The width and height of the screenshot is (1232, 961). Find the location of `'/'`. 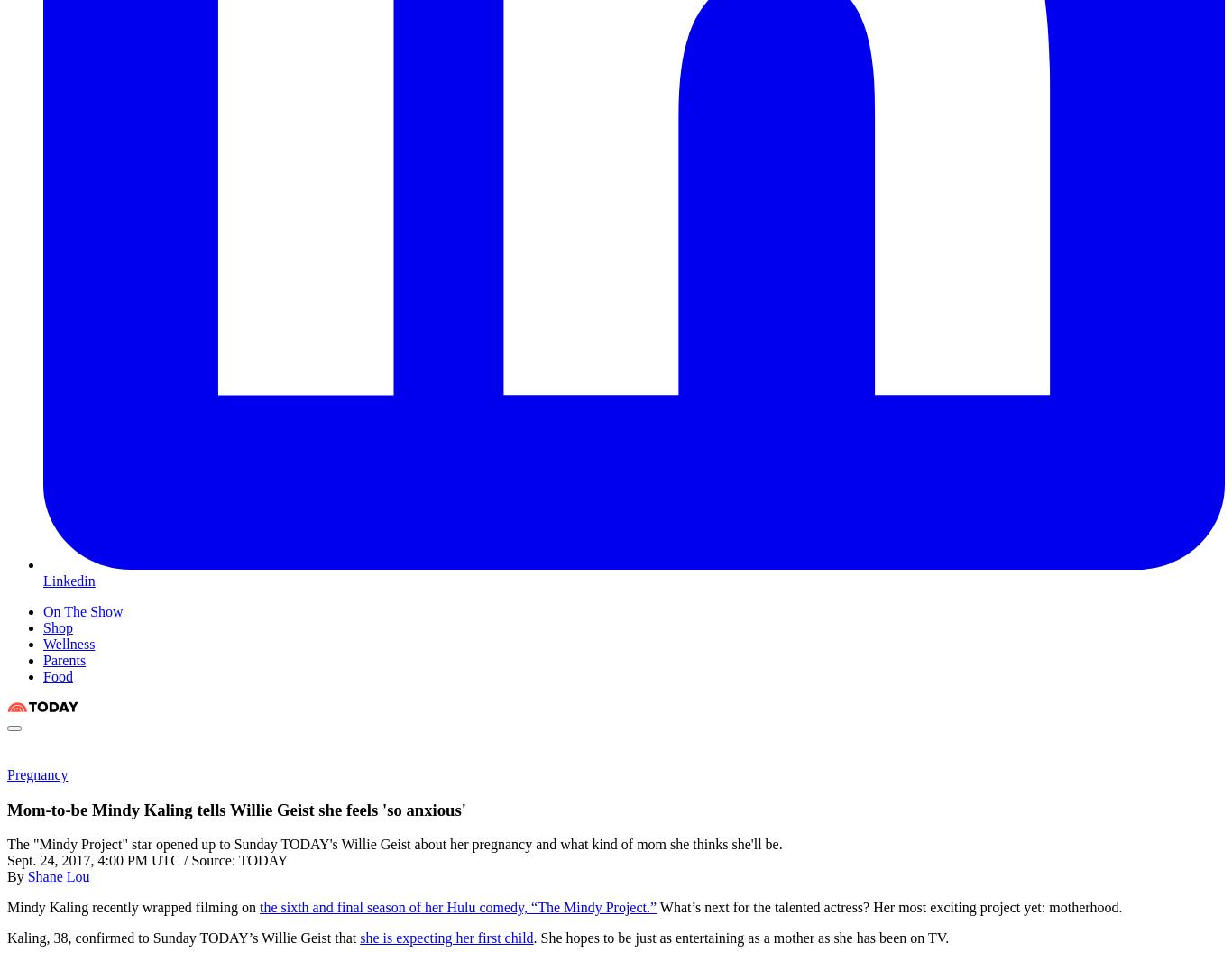

'/' is located at coordinates (184, 860).